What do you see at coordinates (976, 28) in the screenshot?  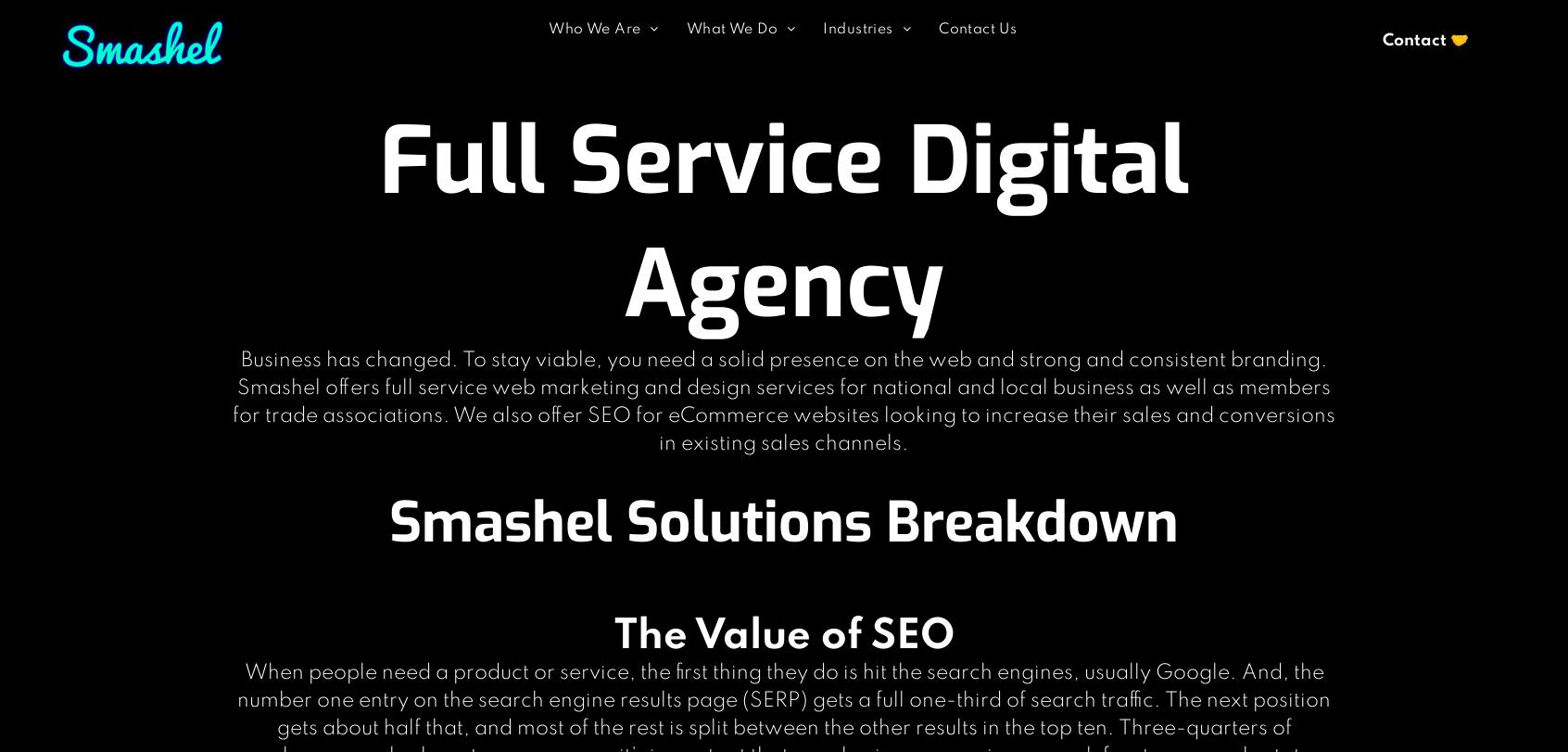 I see `'Contact Us'` at bounding box center [976, 28].